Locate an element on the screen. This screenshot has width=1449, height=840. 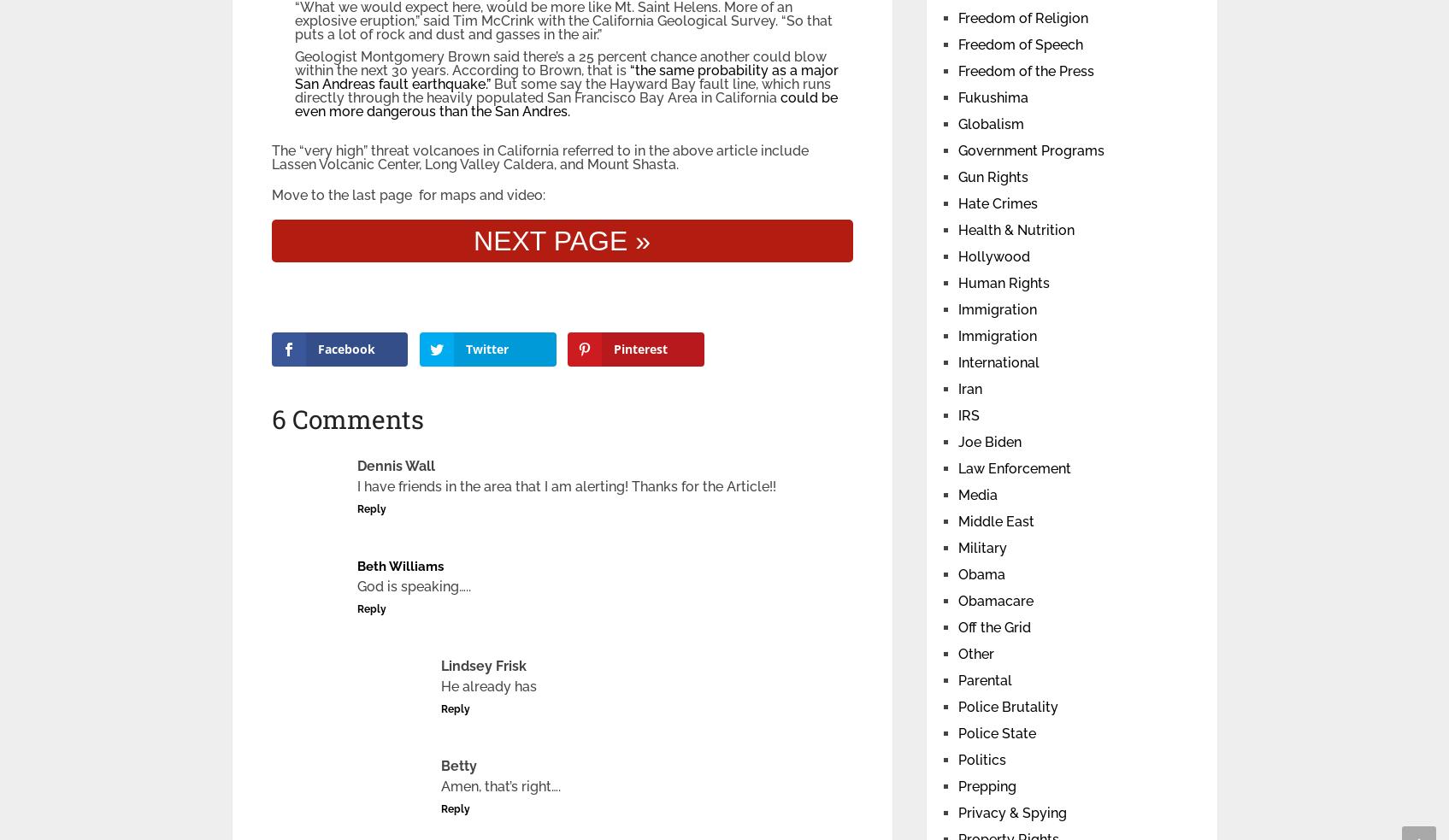
'NEXT PAGE »' is located at coordinates (561, 241).